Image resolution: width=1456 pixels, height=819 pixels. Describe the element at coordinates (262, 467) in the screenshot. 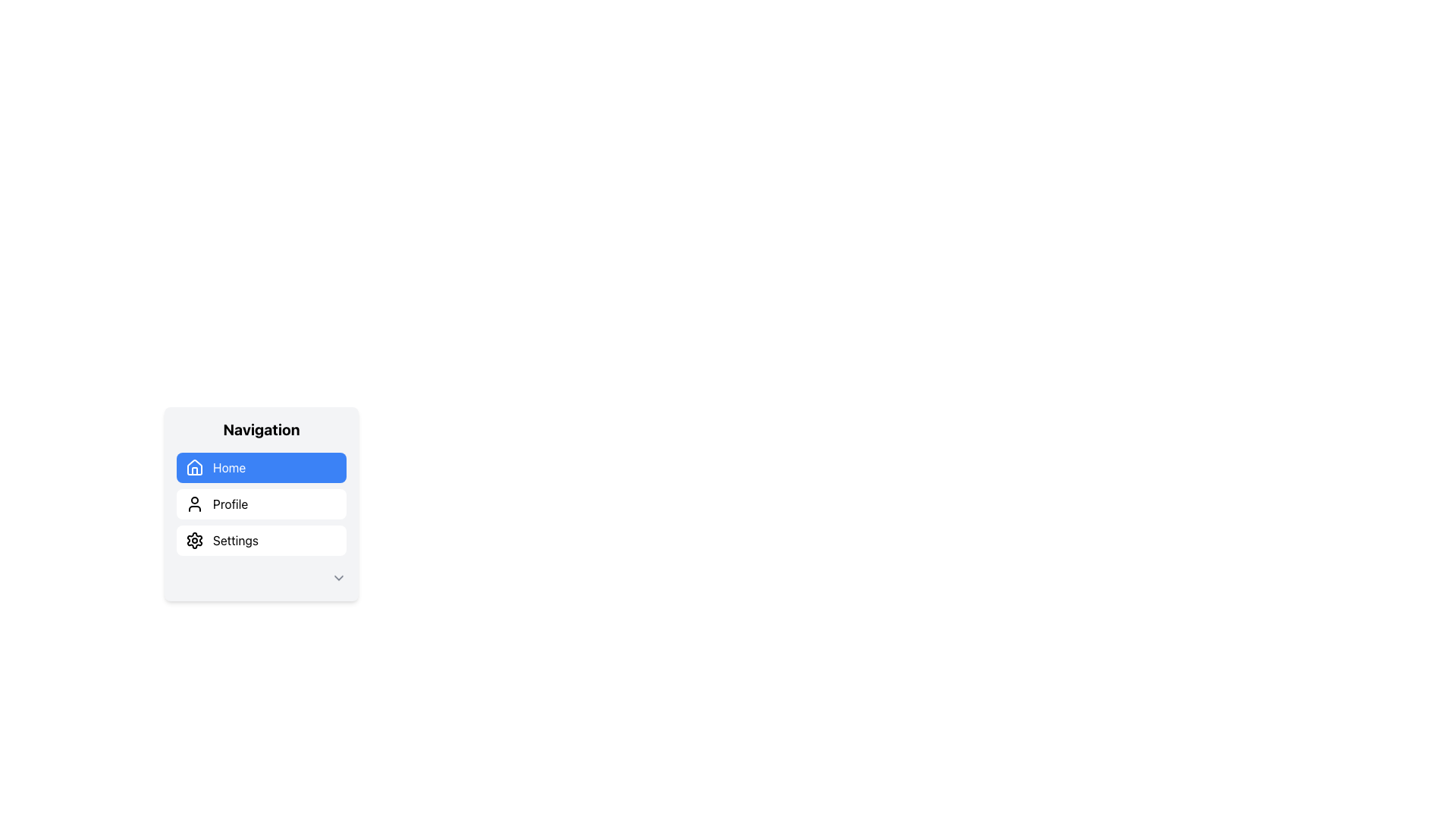

I see `the navigation button located below the 'Navigation' heading in the vertical menu for keyboard interaction` at that location.